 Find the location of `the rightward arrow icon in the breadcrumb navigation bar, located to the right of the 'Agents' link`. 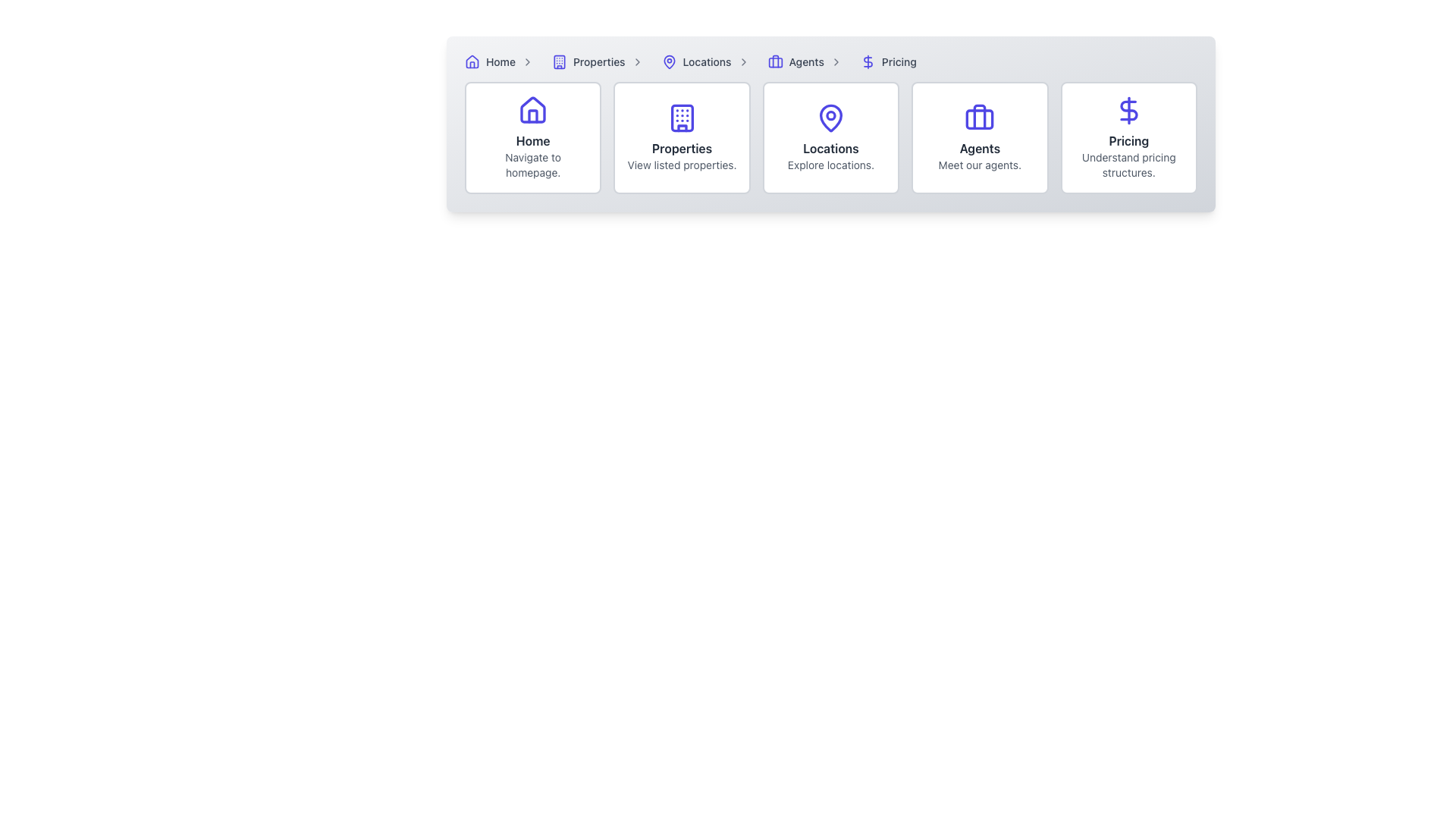

the rightward arrow icon in the breadcrumb navigation bar, located to the right of the 'Agents' link is located at coordinates (835, 61).